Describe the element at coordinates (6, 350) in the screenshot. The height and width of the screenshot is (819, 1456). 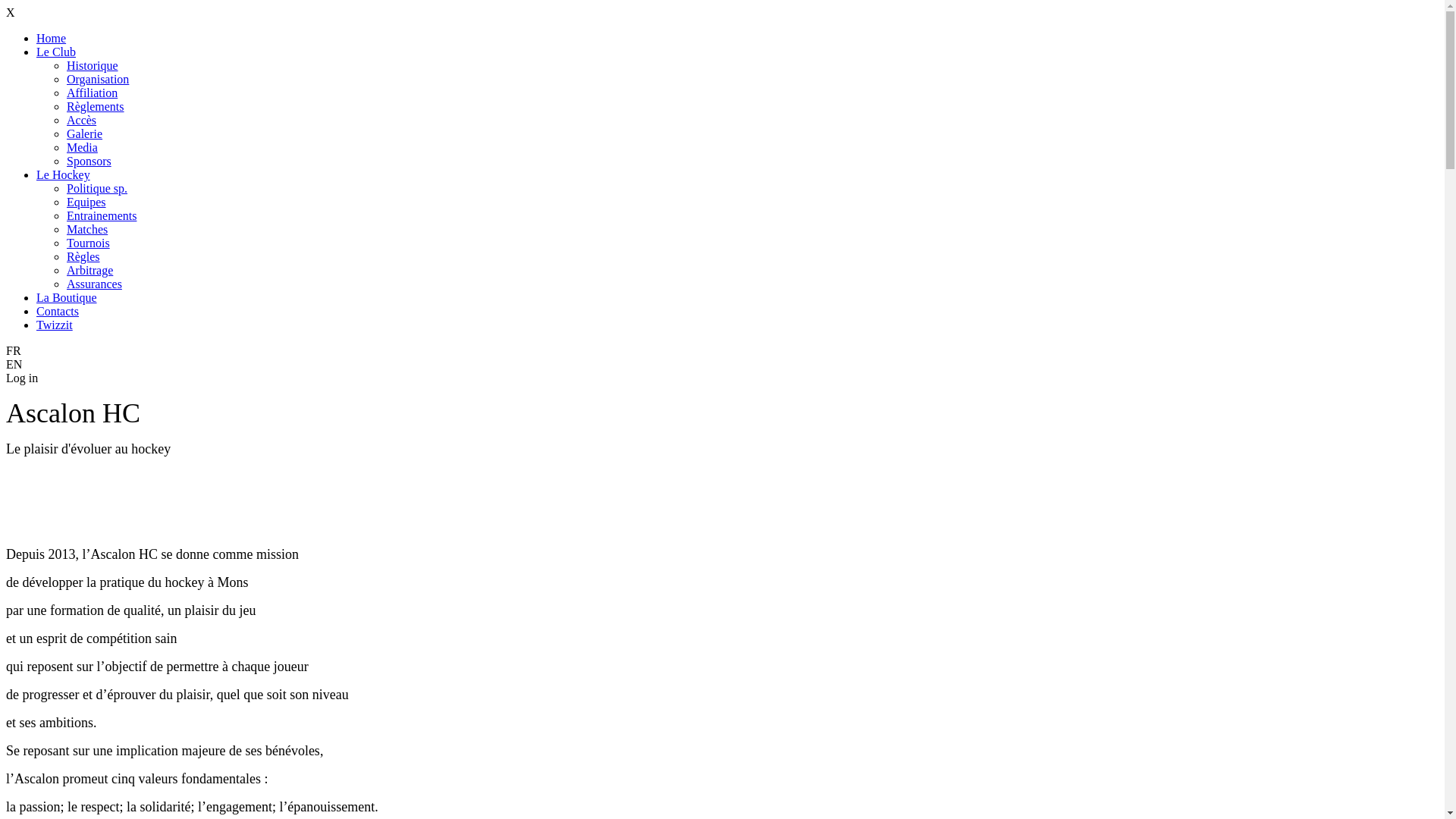
I see `'FR'` at that location.